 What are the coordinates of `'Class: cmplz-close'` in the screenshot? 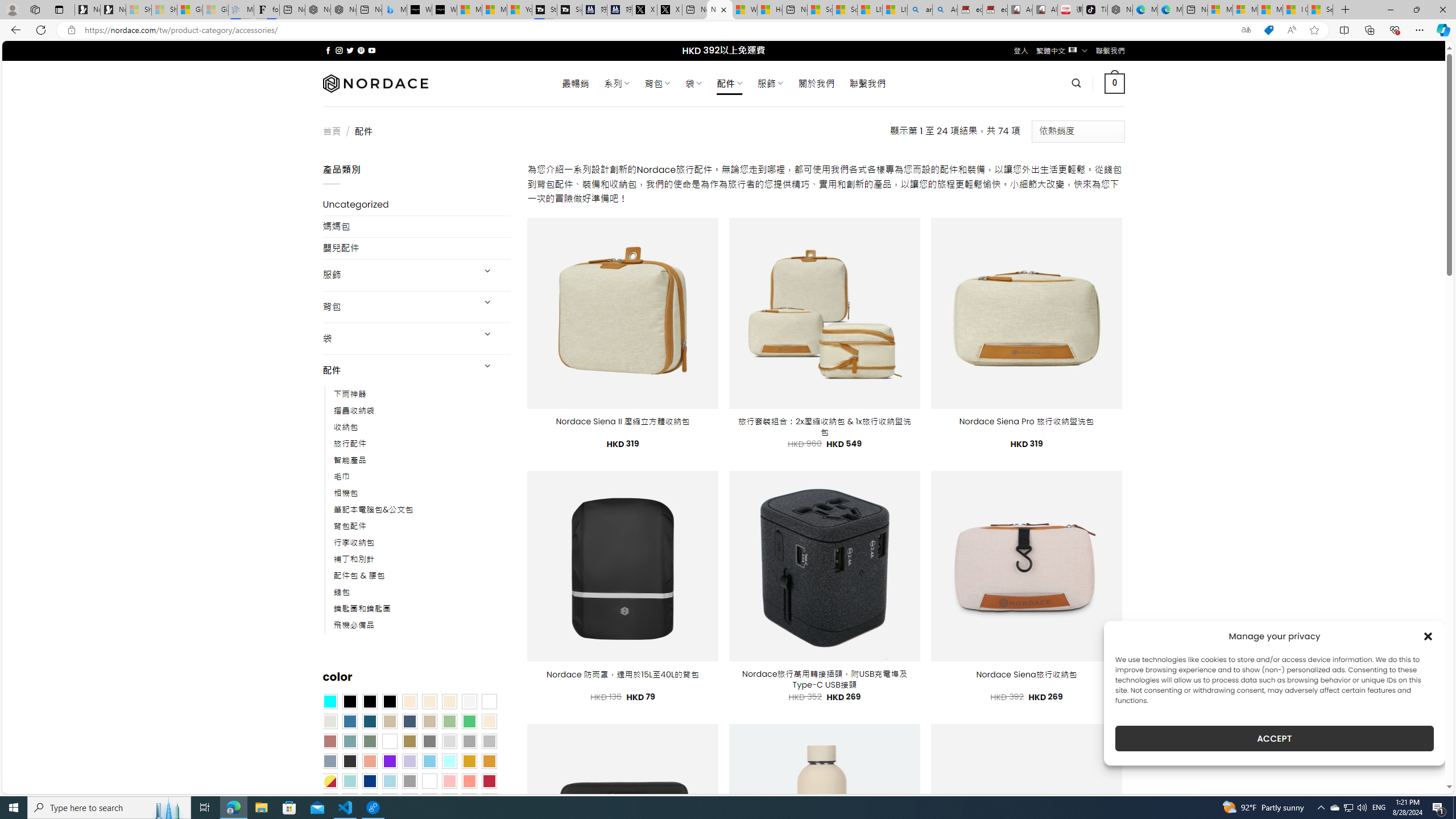 It's located at (1428, 636).